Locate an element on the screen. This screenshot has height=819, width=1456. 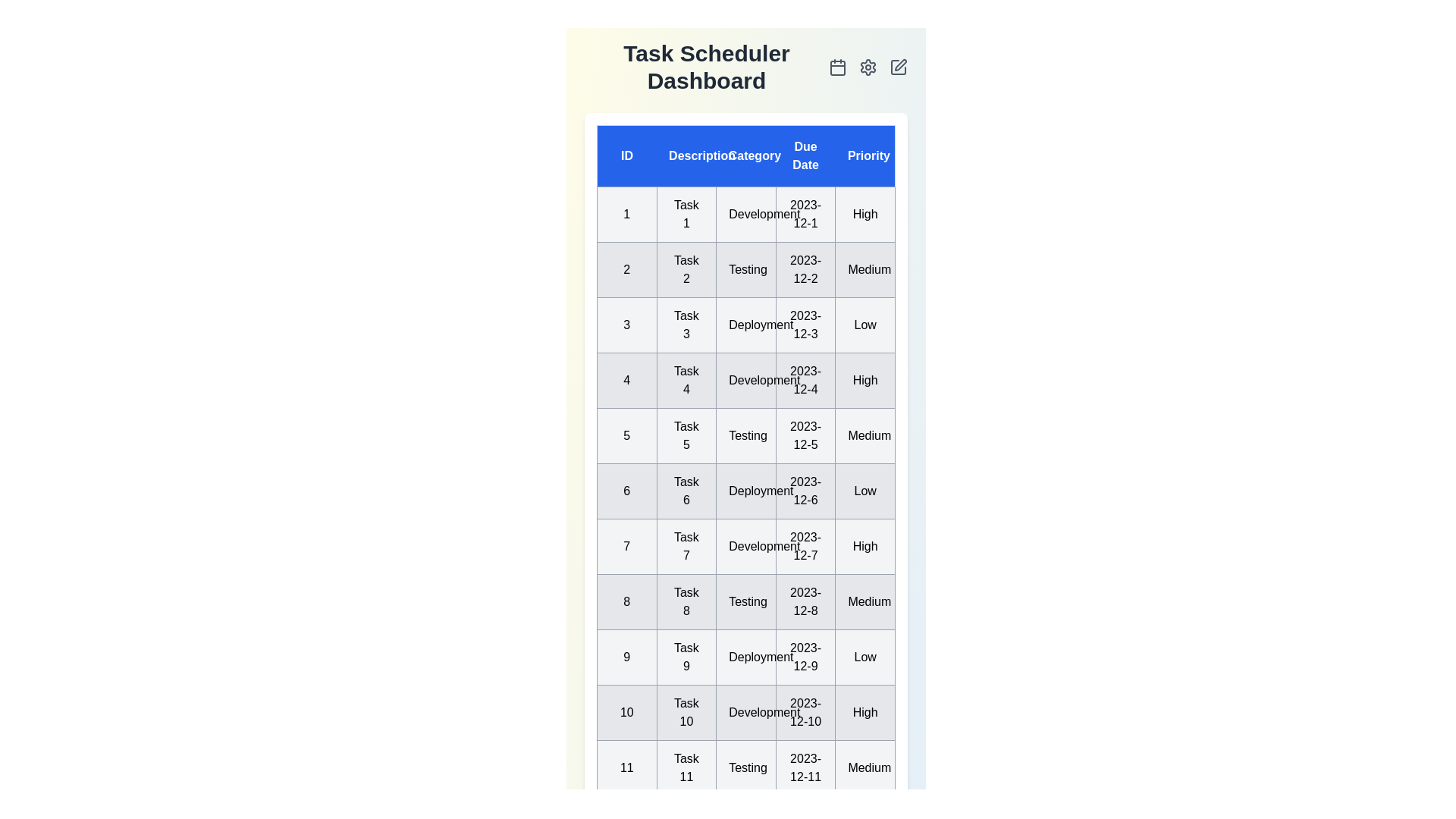
the calendar icon to access the calendar view is located at coordinates (836, 66).